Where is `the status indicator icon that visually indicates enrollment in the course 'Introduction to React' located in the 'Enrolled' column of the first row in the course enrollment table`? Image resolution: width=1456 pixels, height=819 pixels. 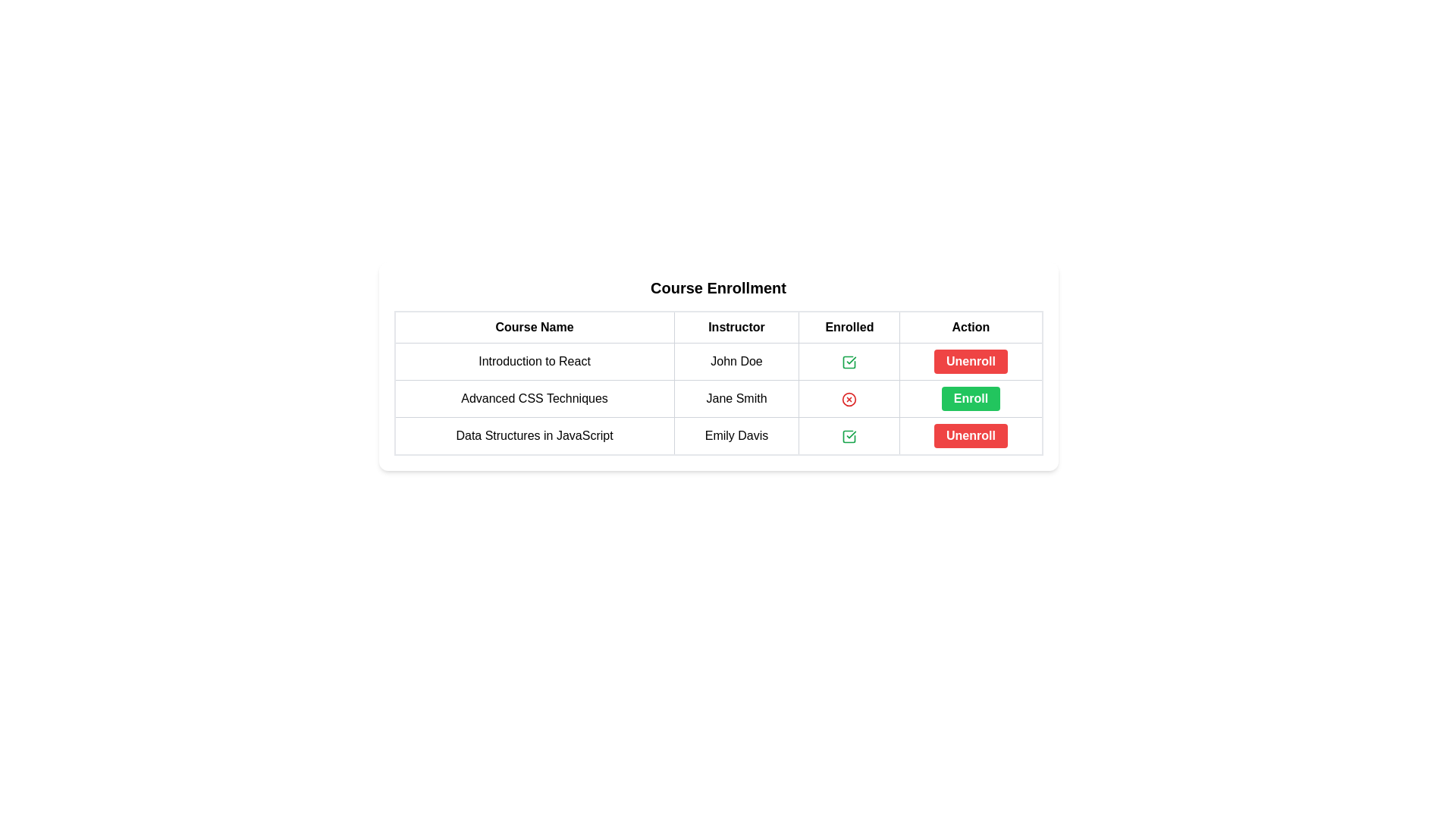
the status indicator icon that visually indicates enrollment in the course 'Introduction to React' located in the 'Enrolled' column of the first row in the course enrollment table is located at coordinates (849, 362).